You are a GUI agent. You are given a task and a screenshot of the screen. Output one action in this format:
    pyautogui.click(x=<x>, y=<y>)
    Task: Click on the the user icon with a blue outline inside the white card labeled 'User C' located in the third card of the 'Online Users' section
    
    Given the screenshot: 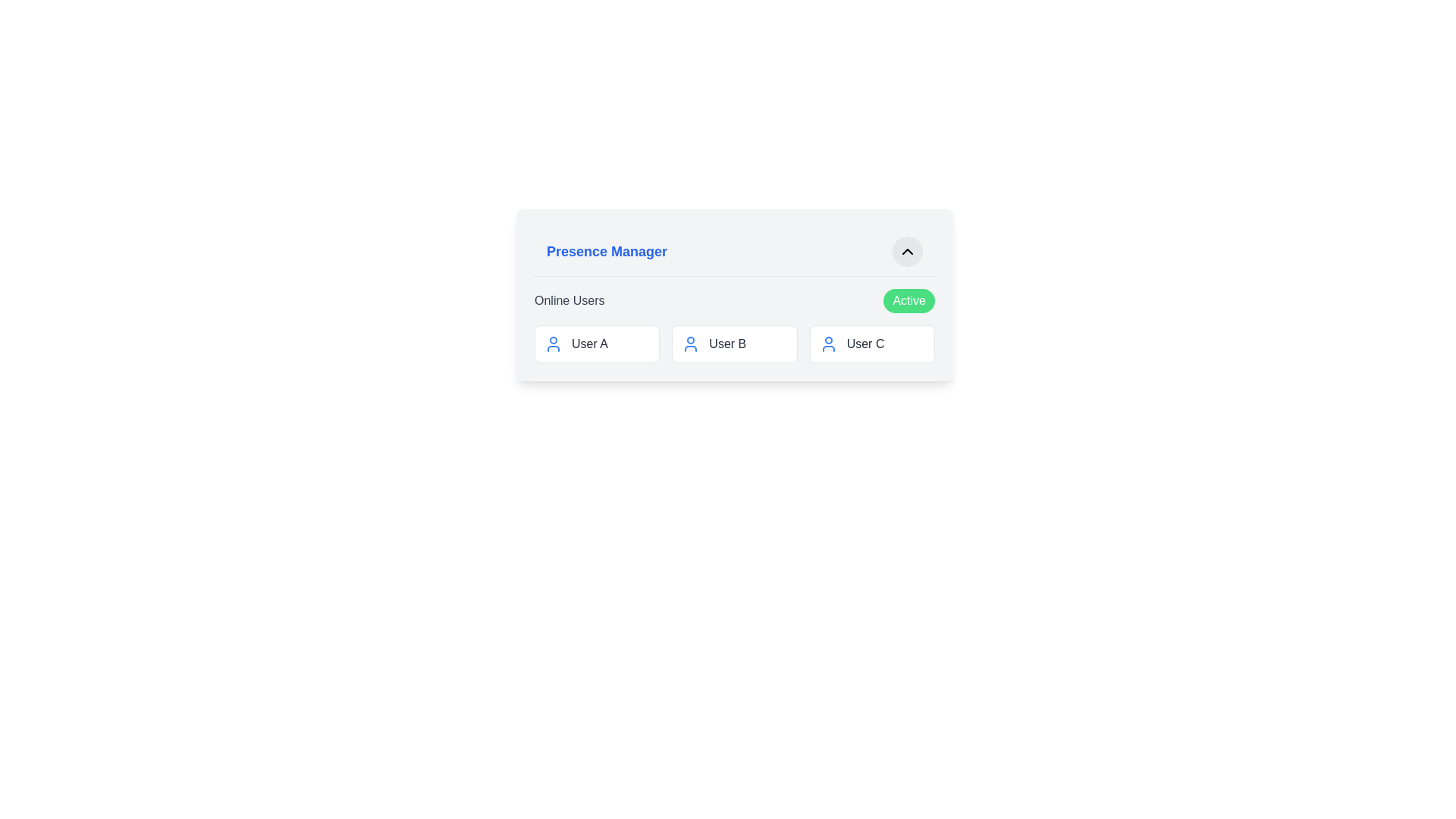 What is the action you would take?
    pyautogui.click(x=827, y=344)
    